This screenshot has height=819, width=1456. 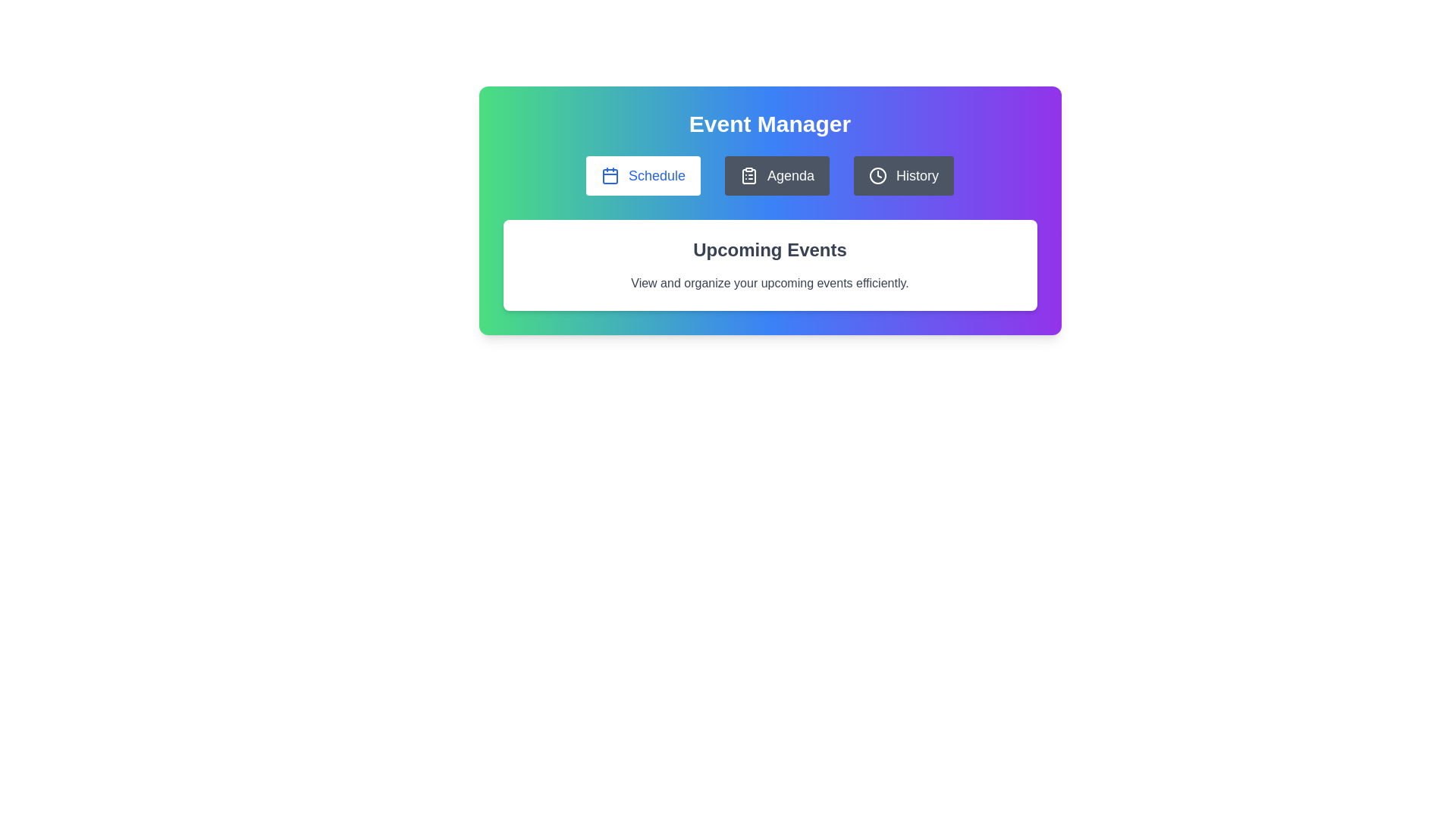 I want to click on the 'Upcoming Events' Description card, which features a white, rounded rectangular section with a shadow effect and contains the title 'Upcoming Events' in bold, so click(x=770, y=265).